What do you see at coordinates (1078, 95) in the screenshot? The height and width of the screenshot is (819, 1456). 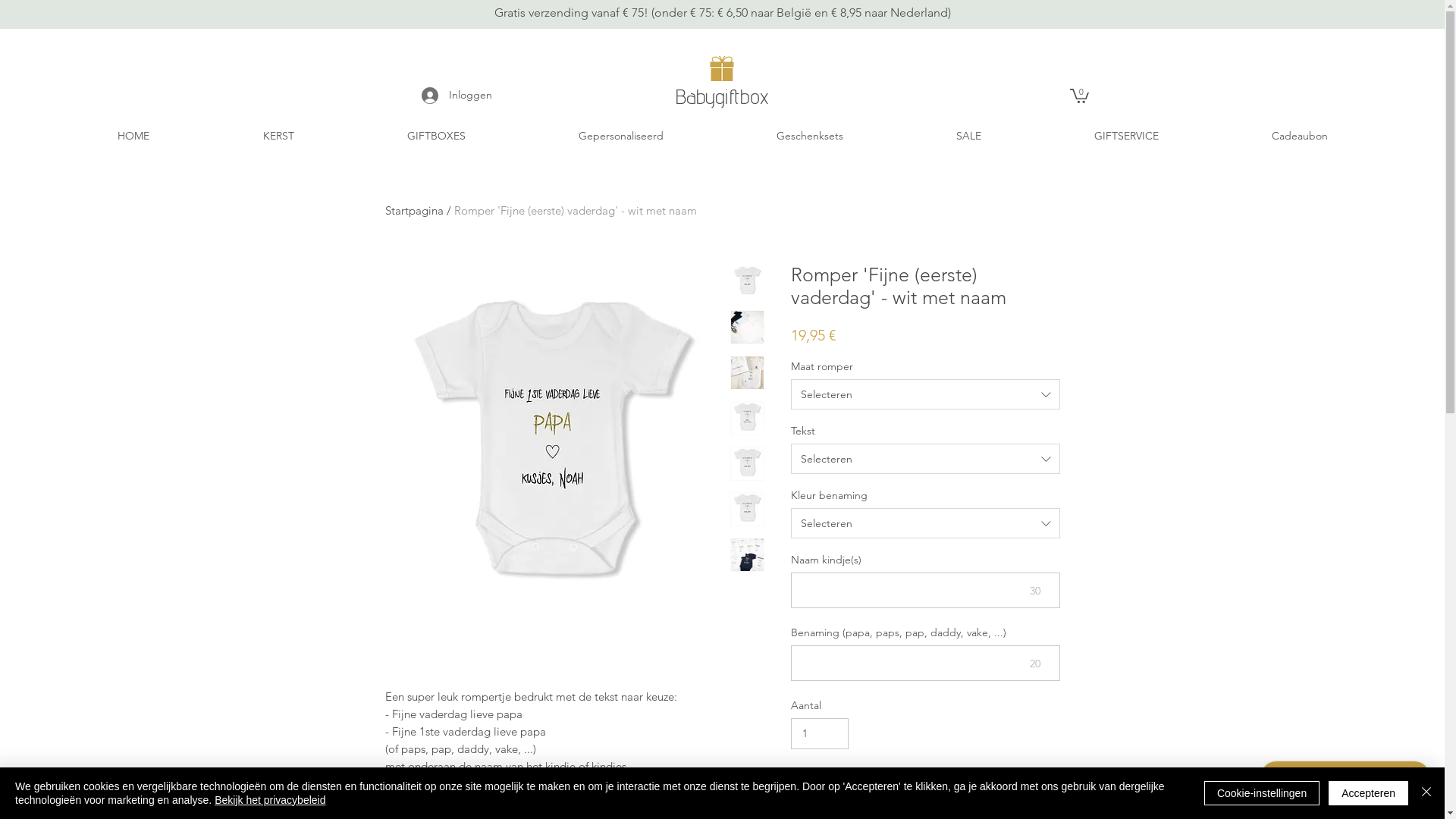 I see `'0'` at bounding box center [1078, 95].